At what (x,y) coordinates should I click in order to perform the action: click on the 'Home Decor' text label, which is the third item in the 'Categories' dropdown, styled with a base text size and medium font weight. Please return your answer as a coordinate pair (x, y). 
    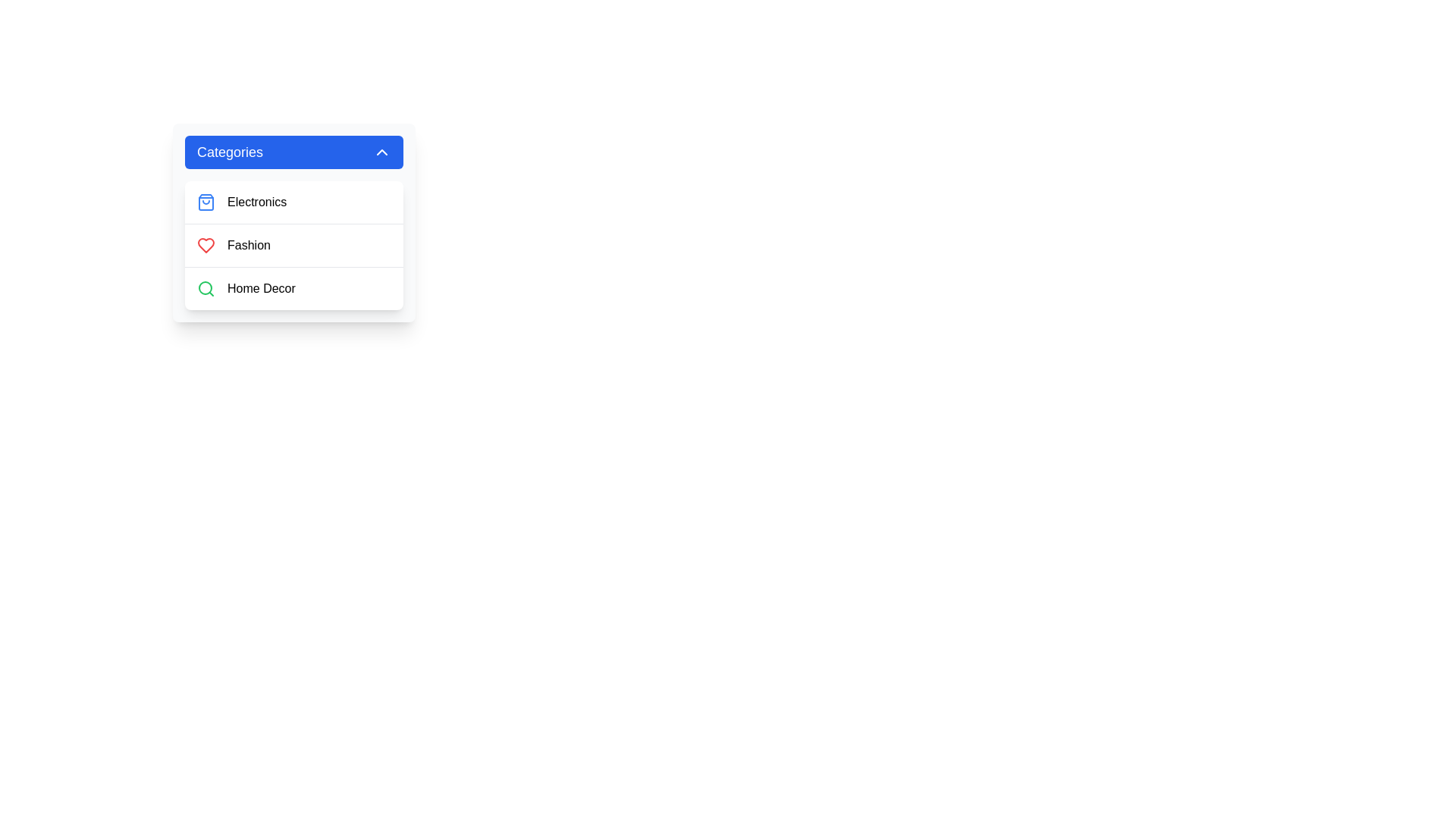
    Looking at the image, I should click on (261, 289).